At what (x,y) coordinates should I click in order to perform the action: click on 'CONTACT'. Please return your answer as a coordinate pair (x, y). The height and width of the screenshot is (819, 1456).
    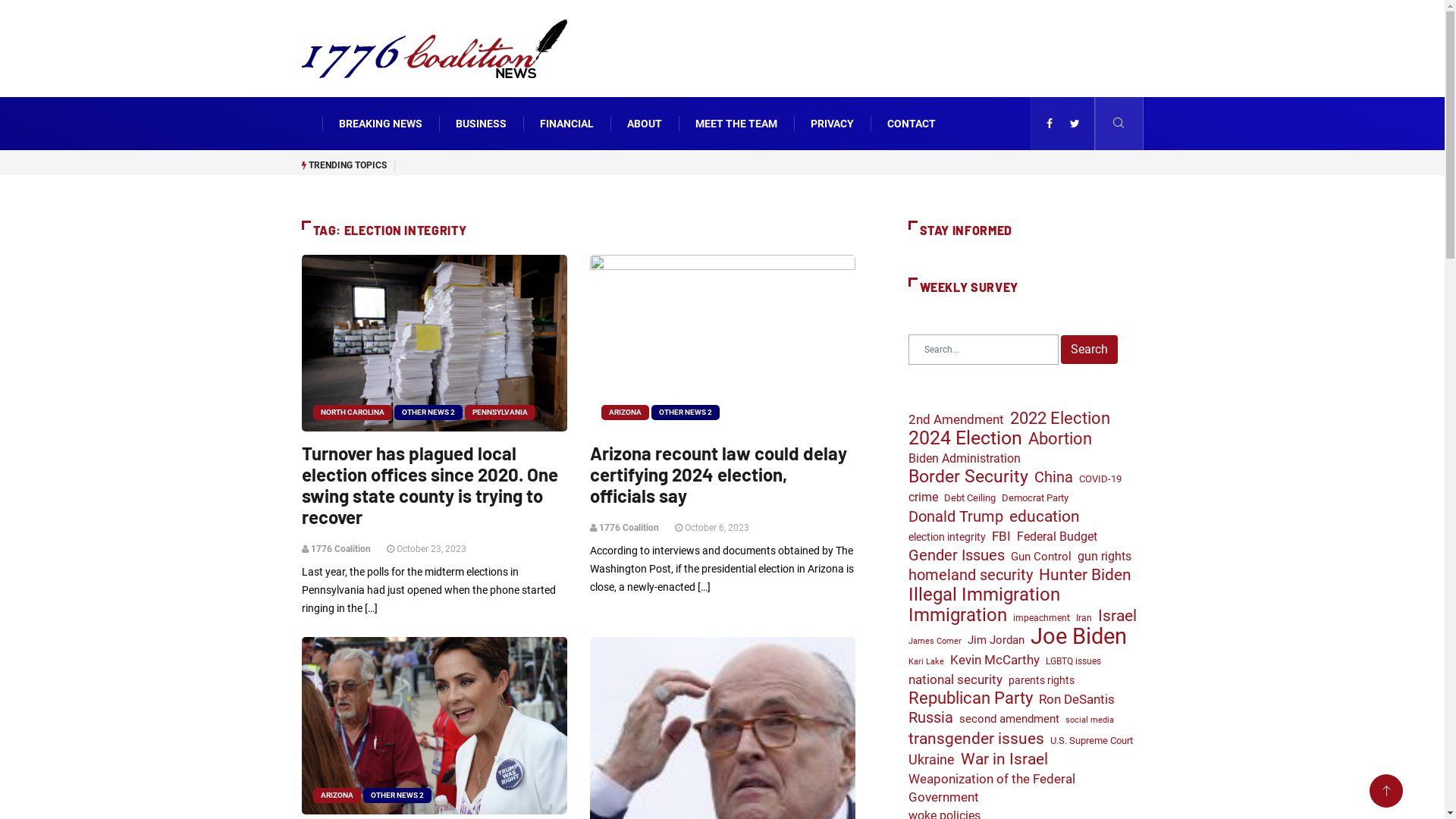
    Looking at the image, I should click on (870, 122).